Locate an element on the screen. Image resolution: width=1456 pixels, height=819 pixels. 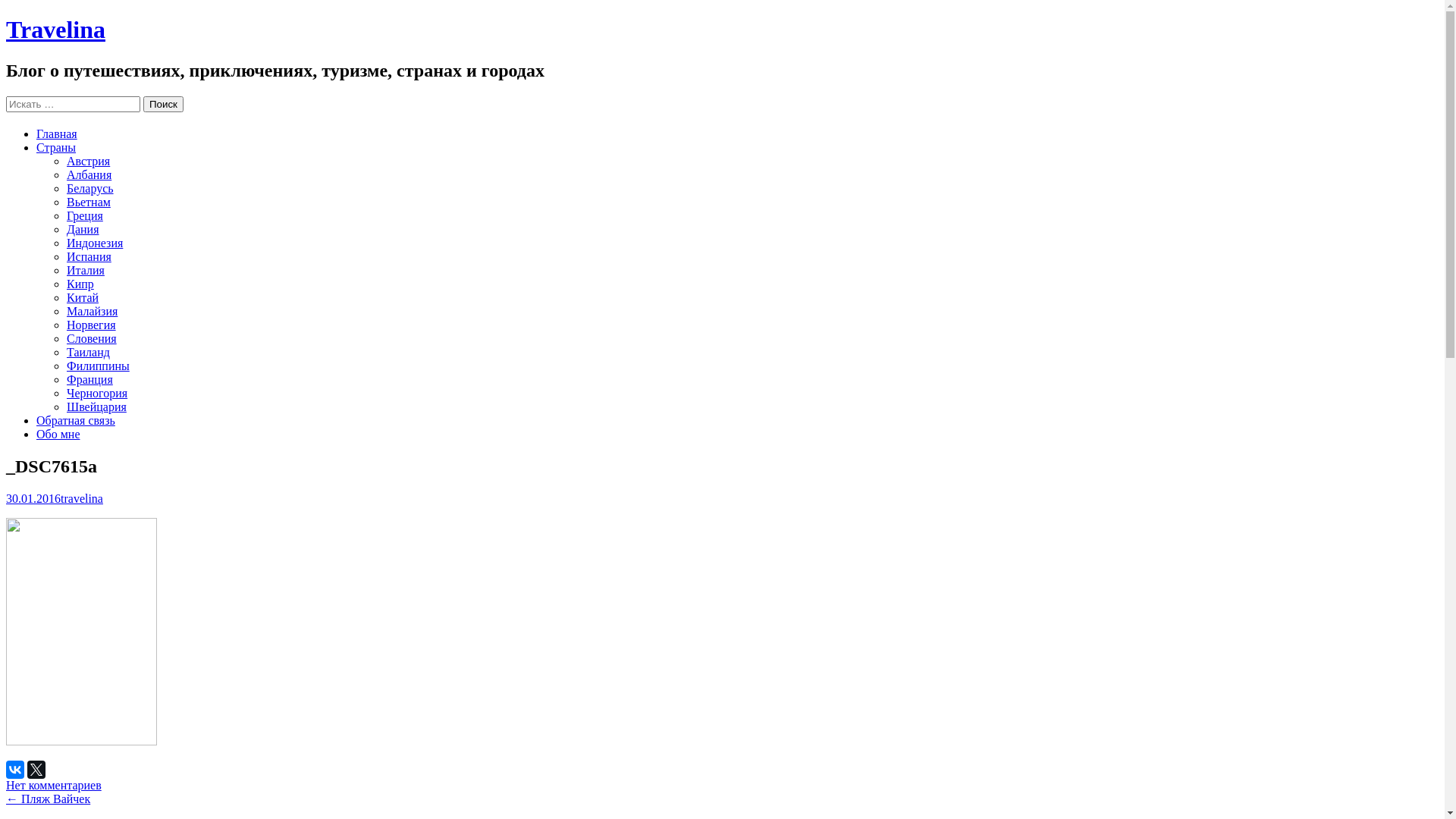
'Travelina' is located at coordinates (55, 29).